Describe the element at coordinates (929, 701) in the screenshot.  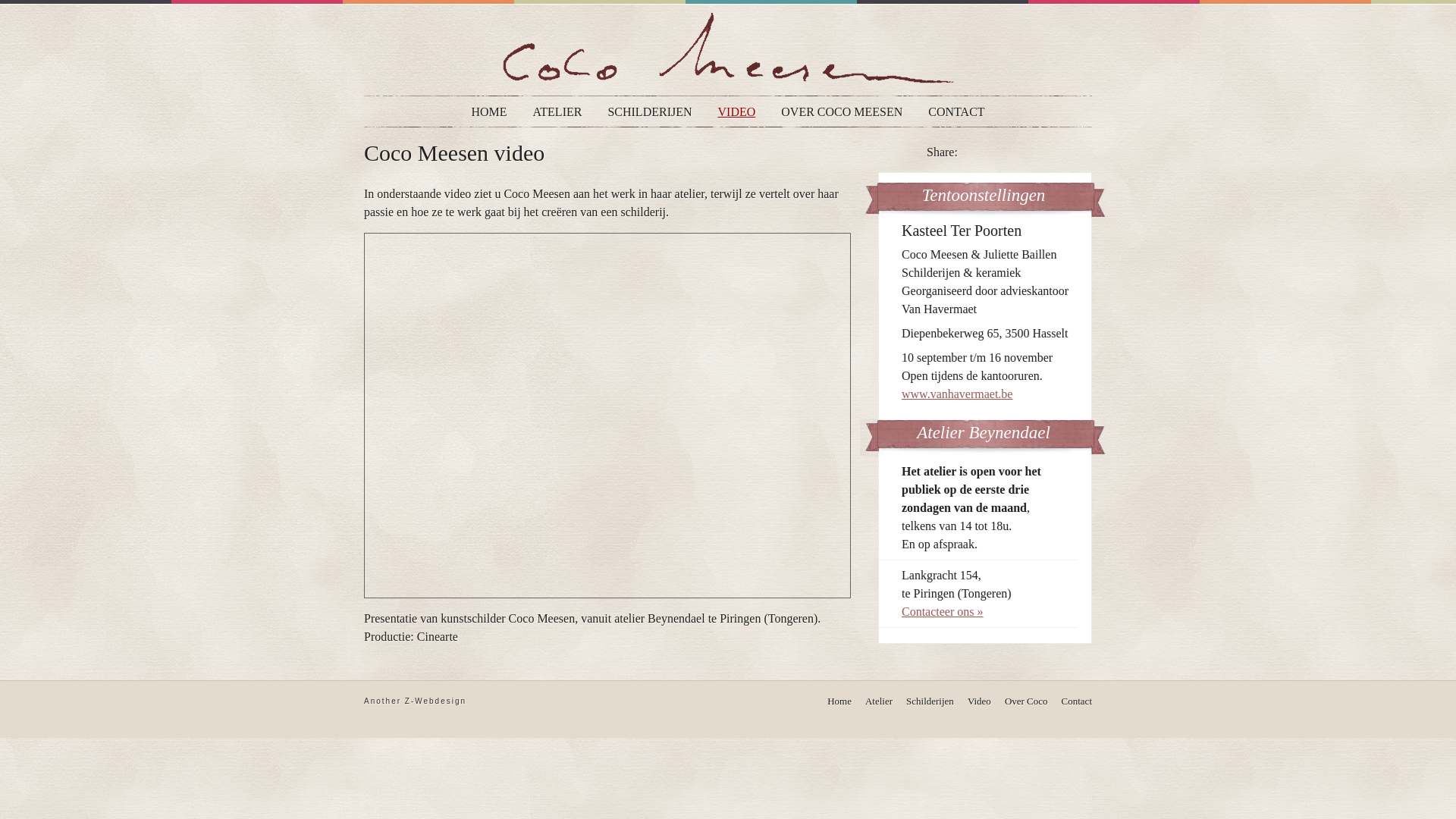
I see `'Schilderijen'` at that location.